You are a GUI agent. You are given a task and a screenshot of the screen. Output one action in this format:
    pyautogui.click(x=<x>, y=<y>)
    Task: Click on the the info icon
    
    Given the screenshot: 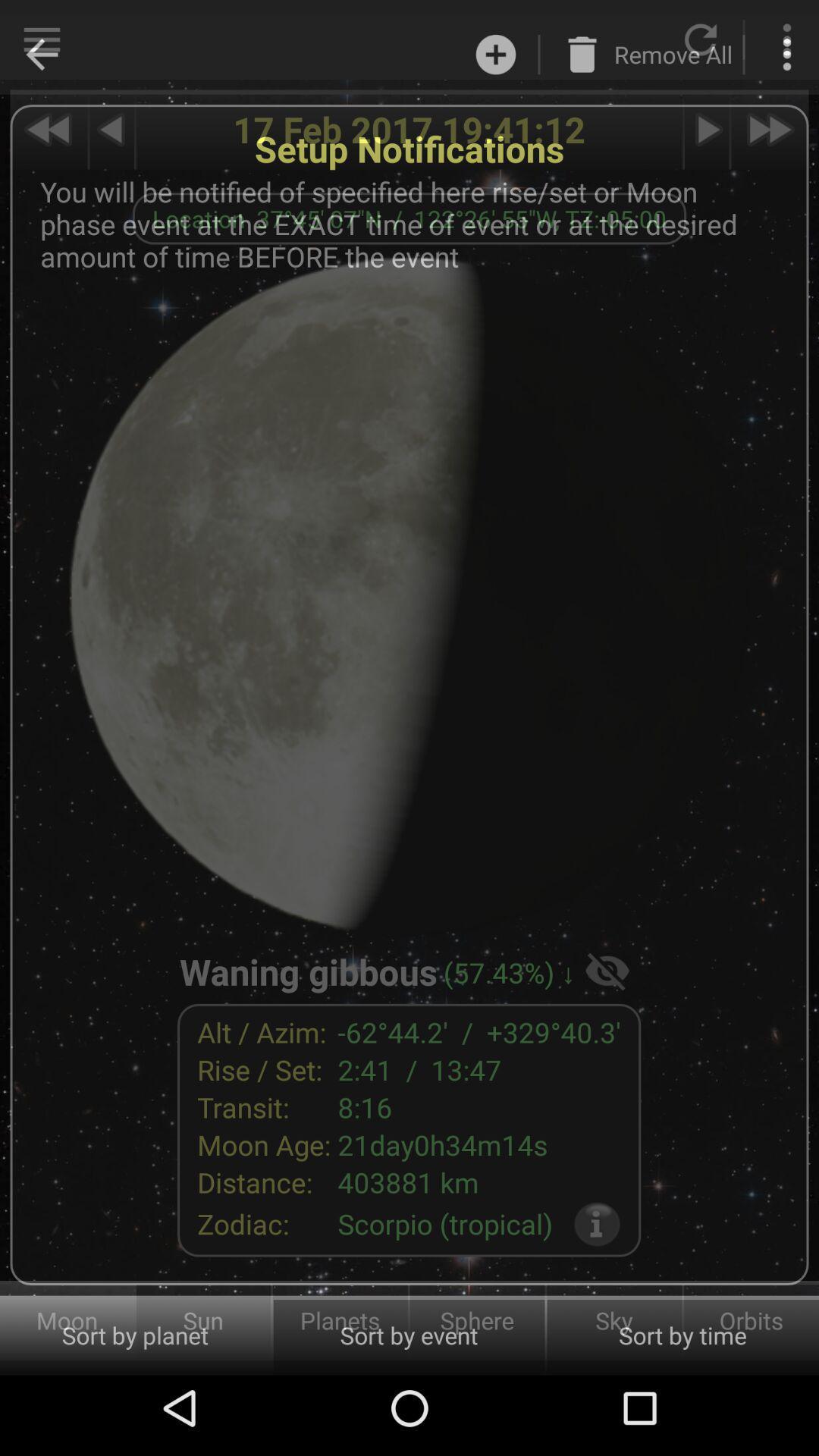 What is the action you would take?
    pyautogui.click(x=596, y=1224)
    